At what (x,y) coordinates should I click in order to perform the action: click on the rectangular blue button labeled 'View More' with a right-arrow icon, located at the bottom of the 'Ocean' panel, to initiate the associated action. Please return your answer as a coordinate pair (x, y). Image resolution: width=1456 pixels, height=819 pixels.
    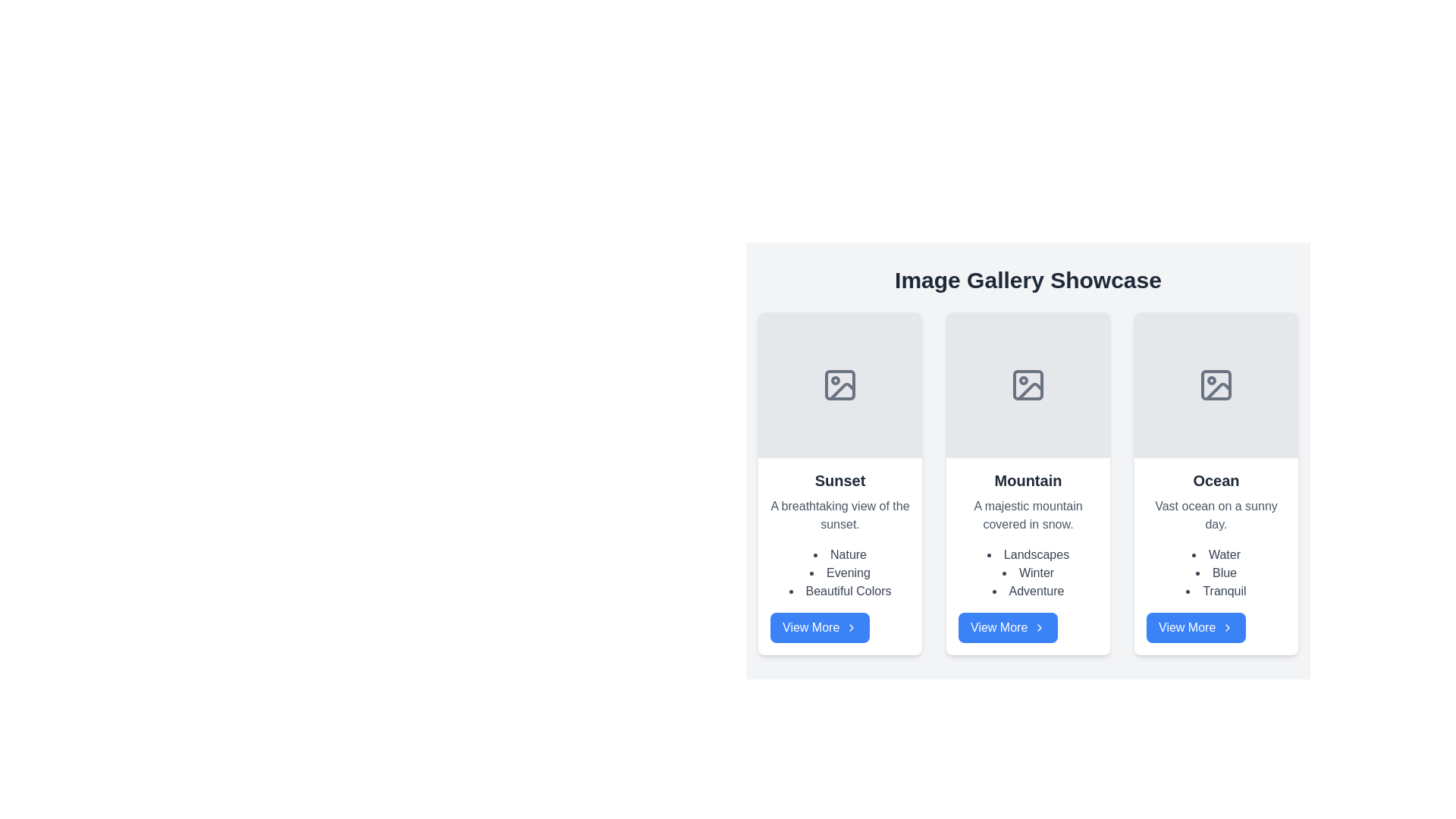
    Looking at the image, I should click on (1195, 628).